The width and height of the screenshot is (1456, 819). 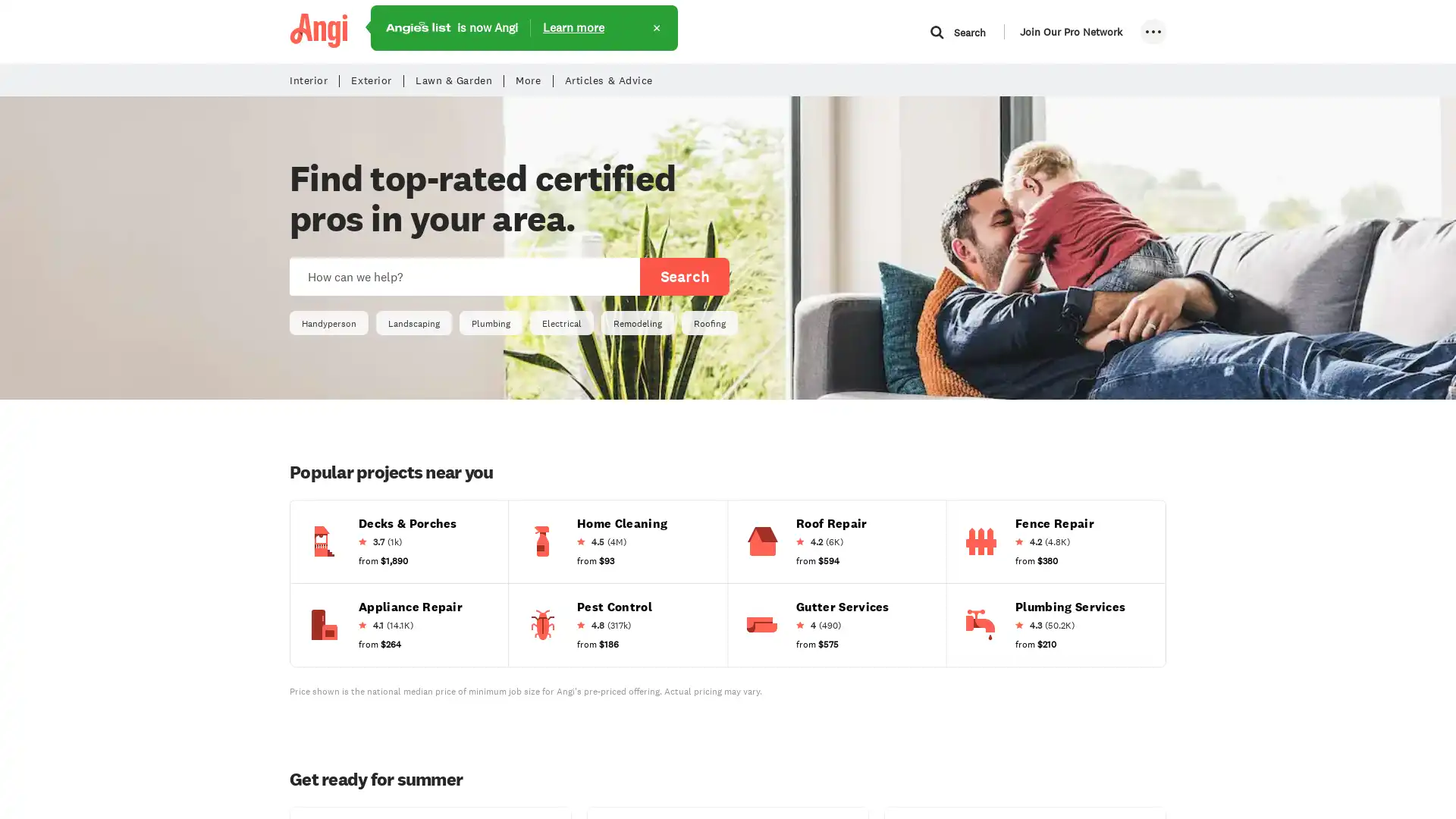 What do you see at coordinates (614, 599) in the screenshot?
I see `Submit a request for Pest Control - Bugs and Insects.` at bounding box center [614, 599].